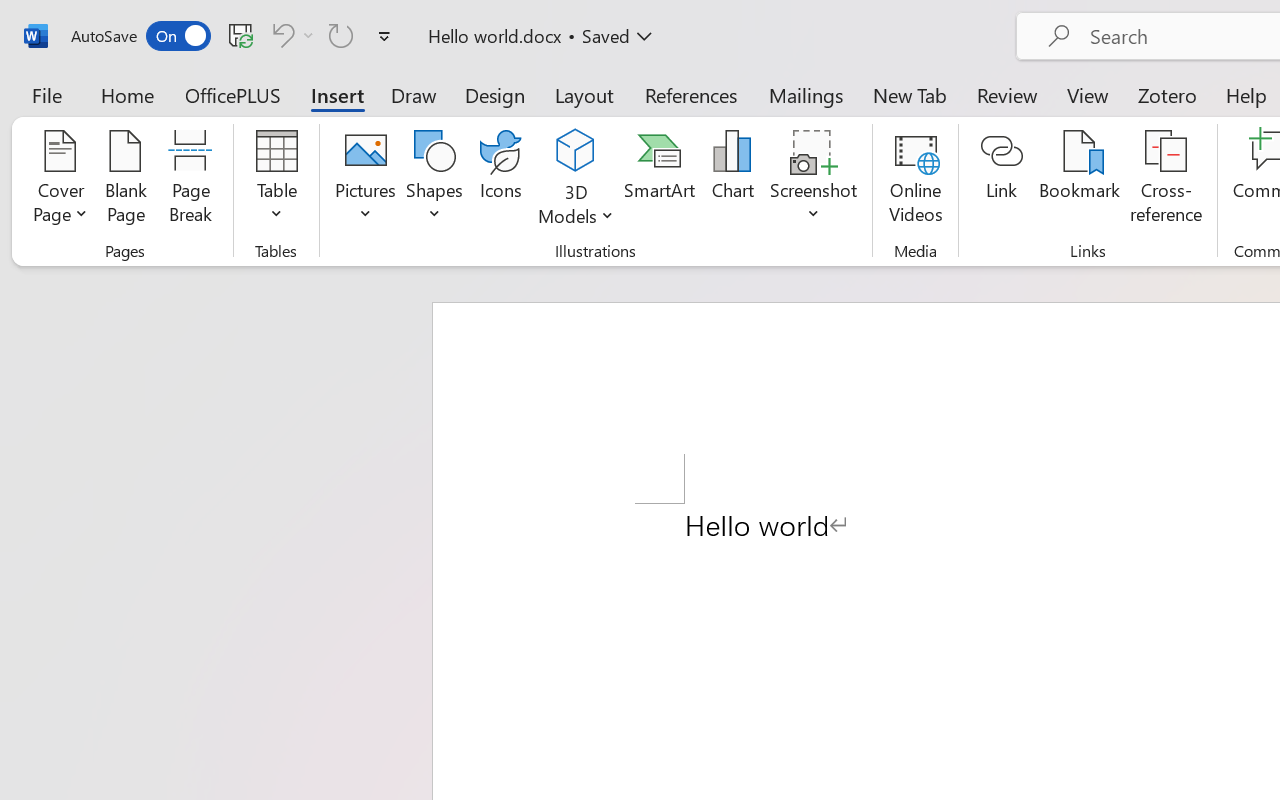  I want to click on 'Draw', so click(413, 94).